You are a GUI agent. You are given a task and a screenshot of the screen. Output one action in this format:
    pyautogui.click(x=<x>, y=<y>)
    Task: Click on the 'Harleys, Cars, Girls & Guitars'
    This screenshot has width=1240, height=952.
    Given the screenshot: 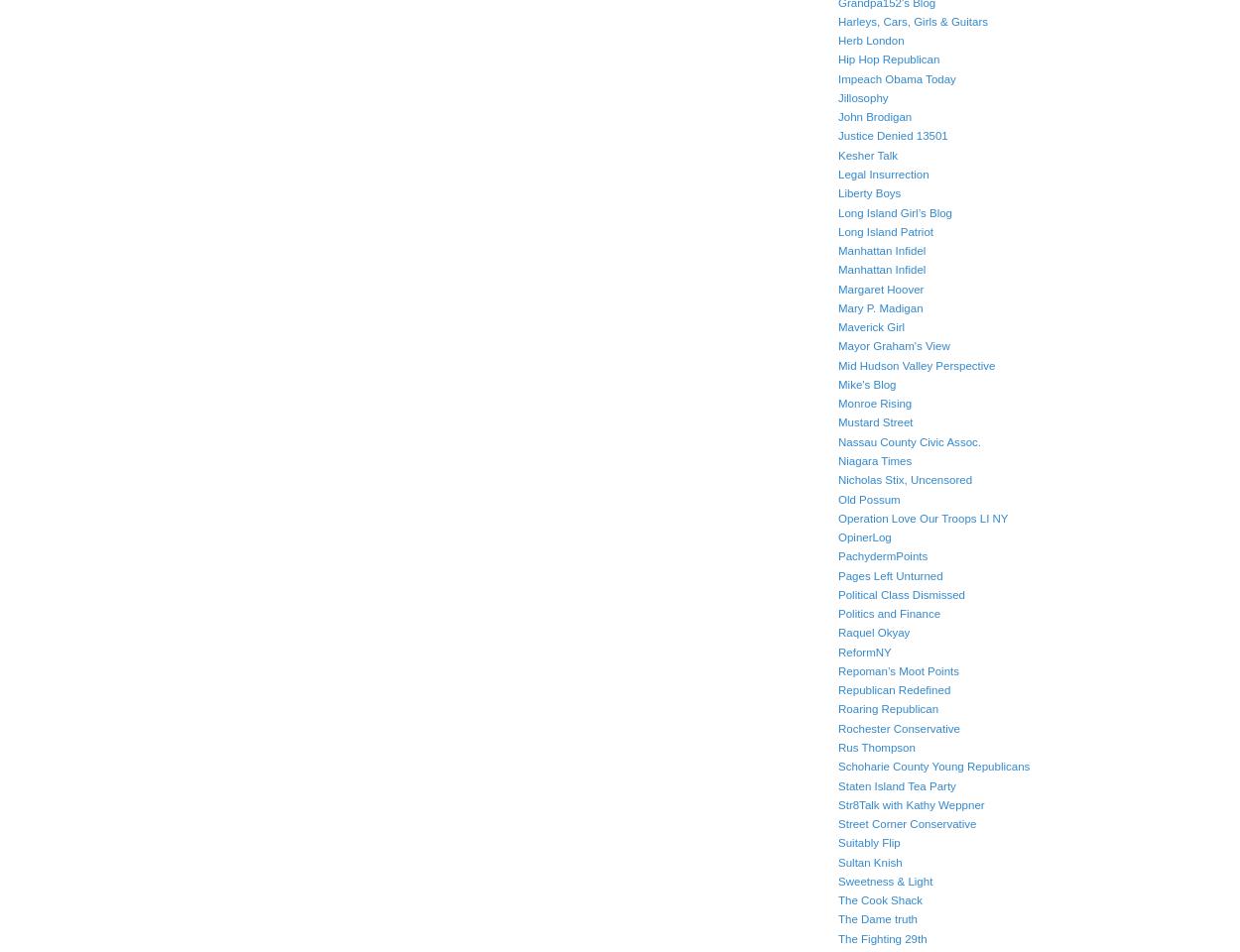 What is the action you would take?
    pyautogui.click(x=913, y=20)
    